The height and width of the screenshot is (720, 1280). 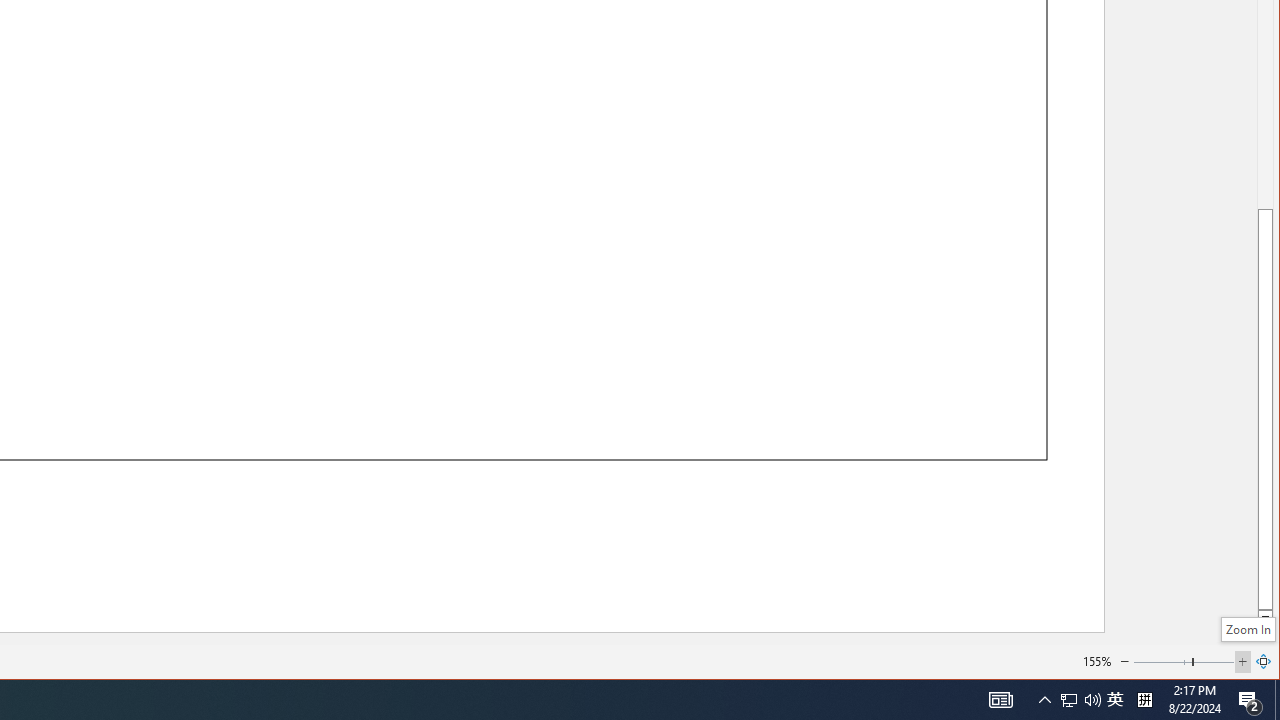 What do you see at coordinates (1092, 698) in the screenshot?
I see `'Q2790: 100%'` at bounding box center [1092, 698].